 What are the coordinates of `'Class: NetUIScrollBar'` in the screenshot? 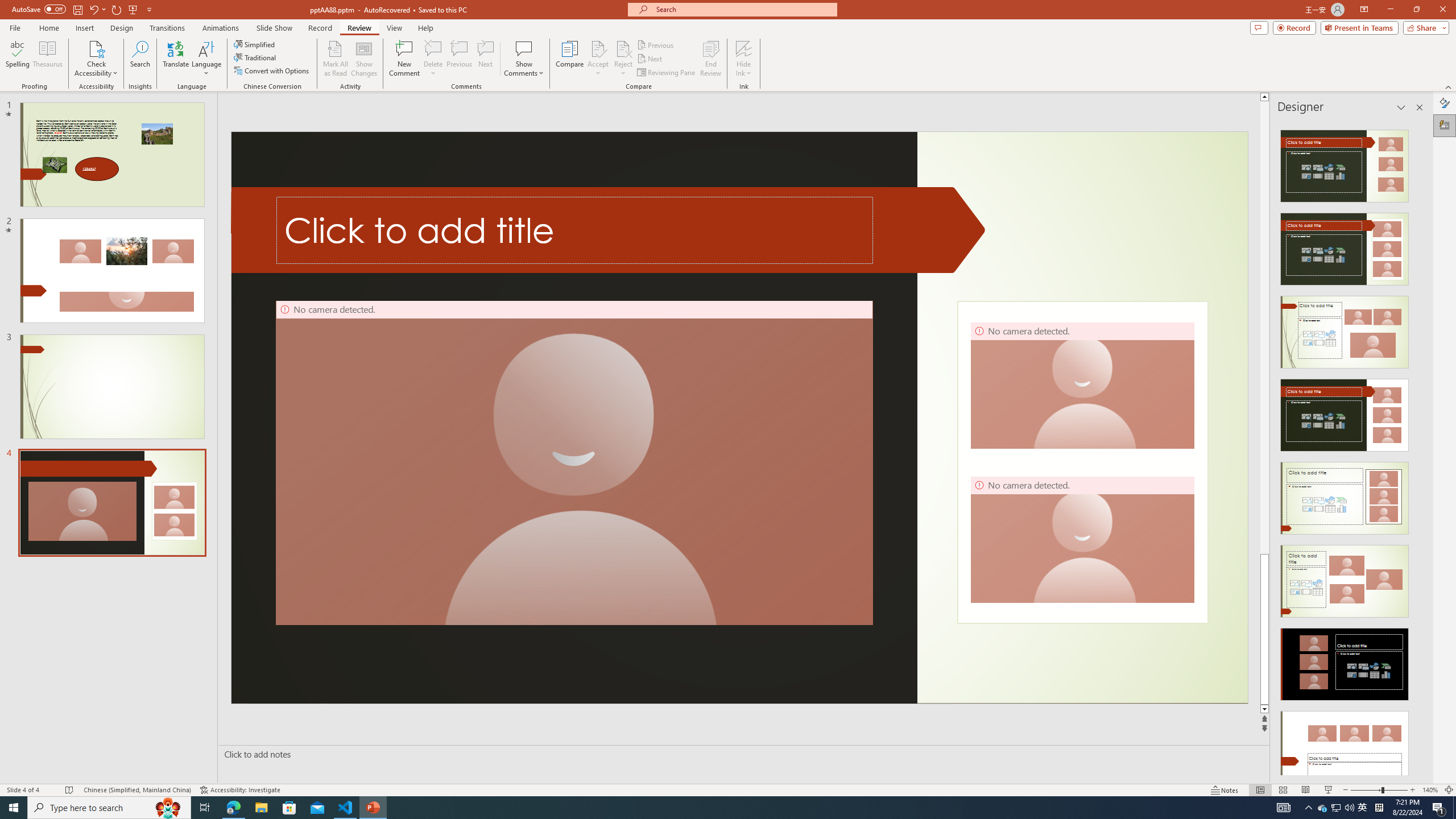 It's located at (1418, 447).